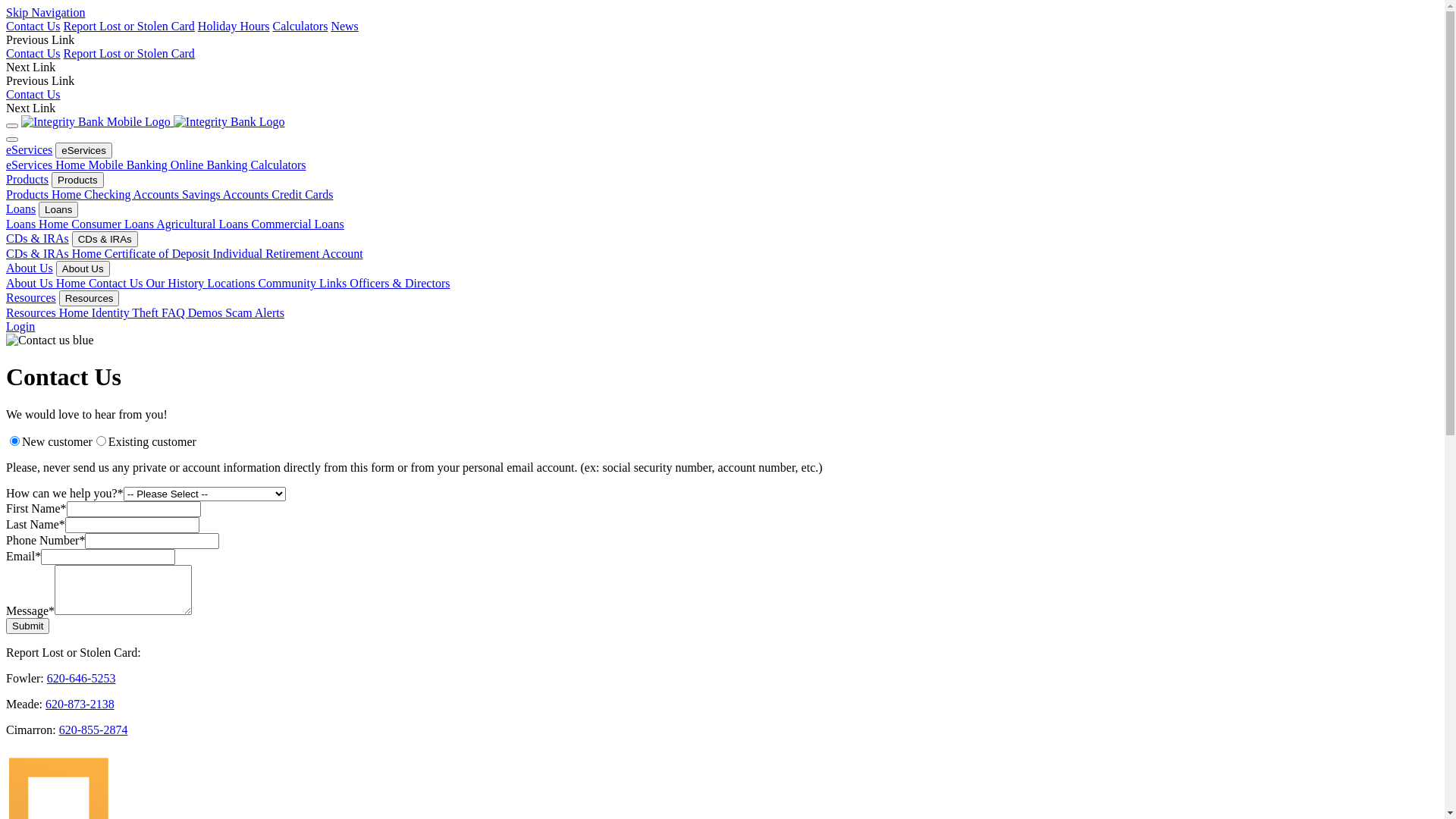 This screenshot has height=819, width=1456. I want to click on 'FAQ', so click(174, 312).